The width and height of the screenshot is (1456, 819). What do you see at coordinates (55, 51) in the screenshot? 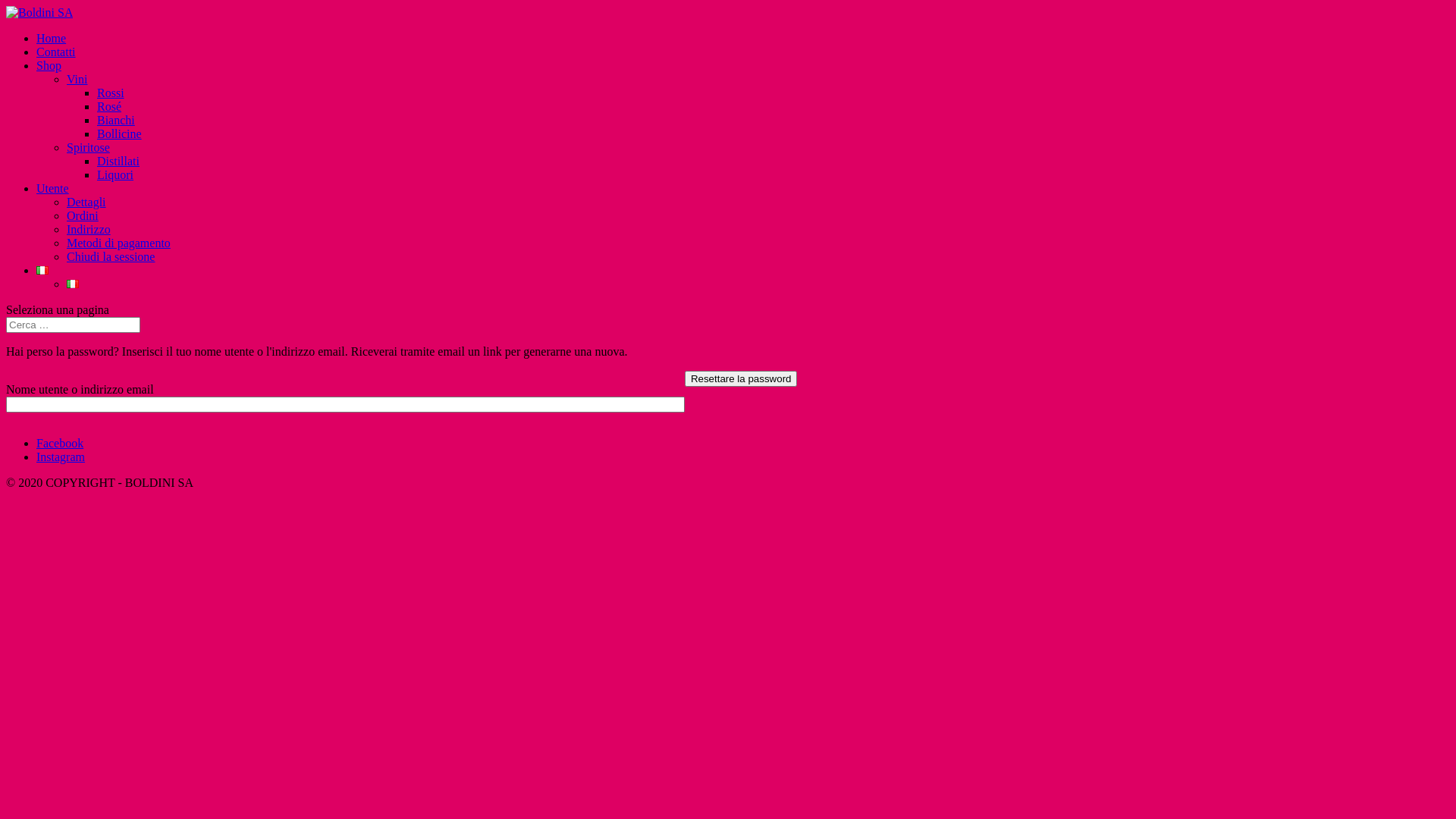
I see `'Contatti'` at bounding box center [55, 51].